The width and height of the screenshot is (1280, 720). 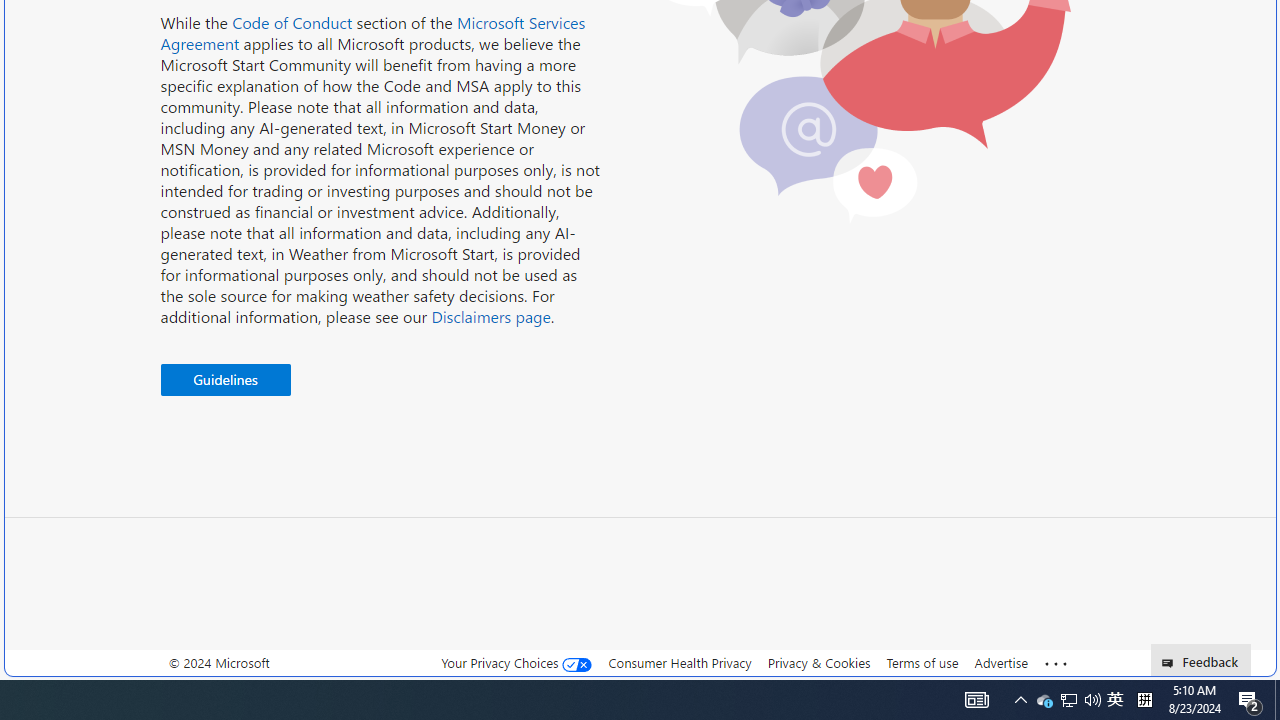 I want to click on 'Microsoft Services Agreement', so click(x=373, y=33).